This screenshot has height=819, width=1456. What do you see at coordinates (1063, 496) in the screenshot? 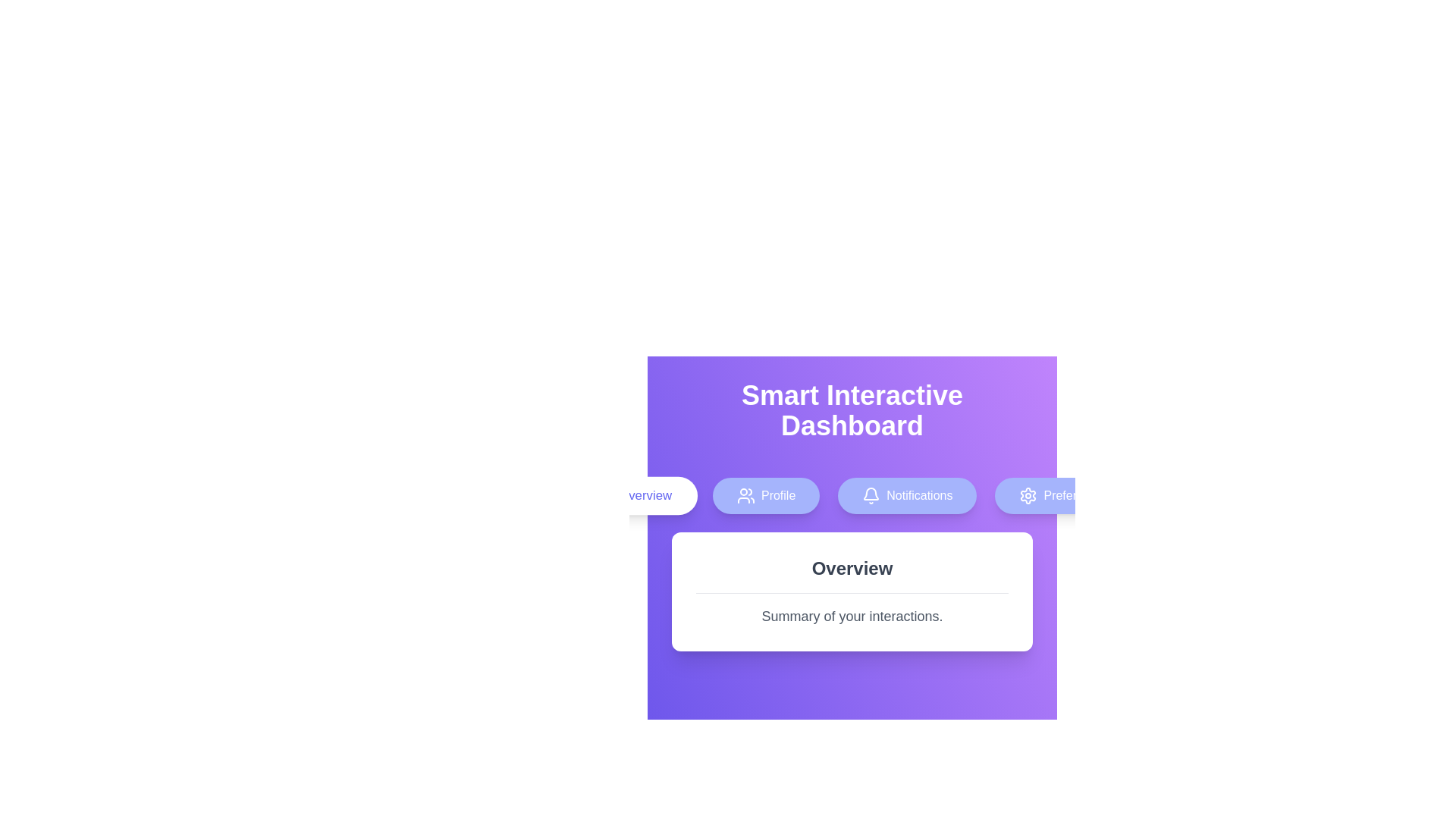
I see `the Preferences tab to view its content` at bounding box center [1063, 496].